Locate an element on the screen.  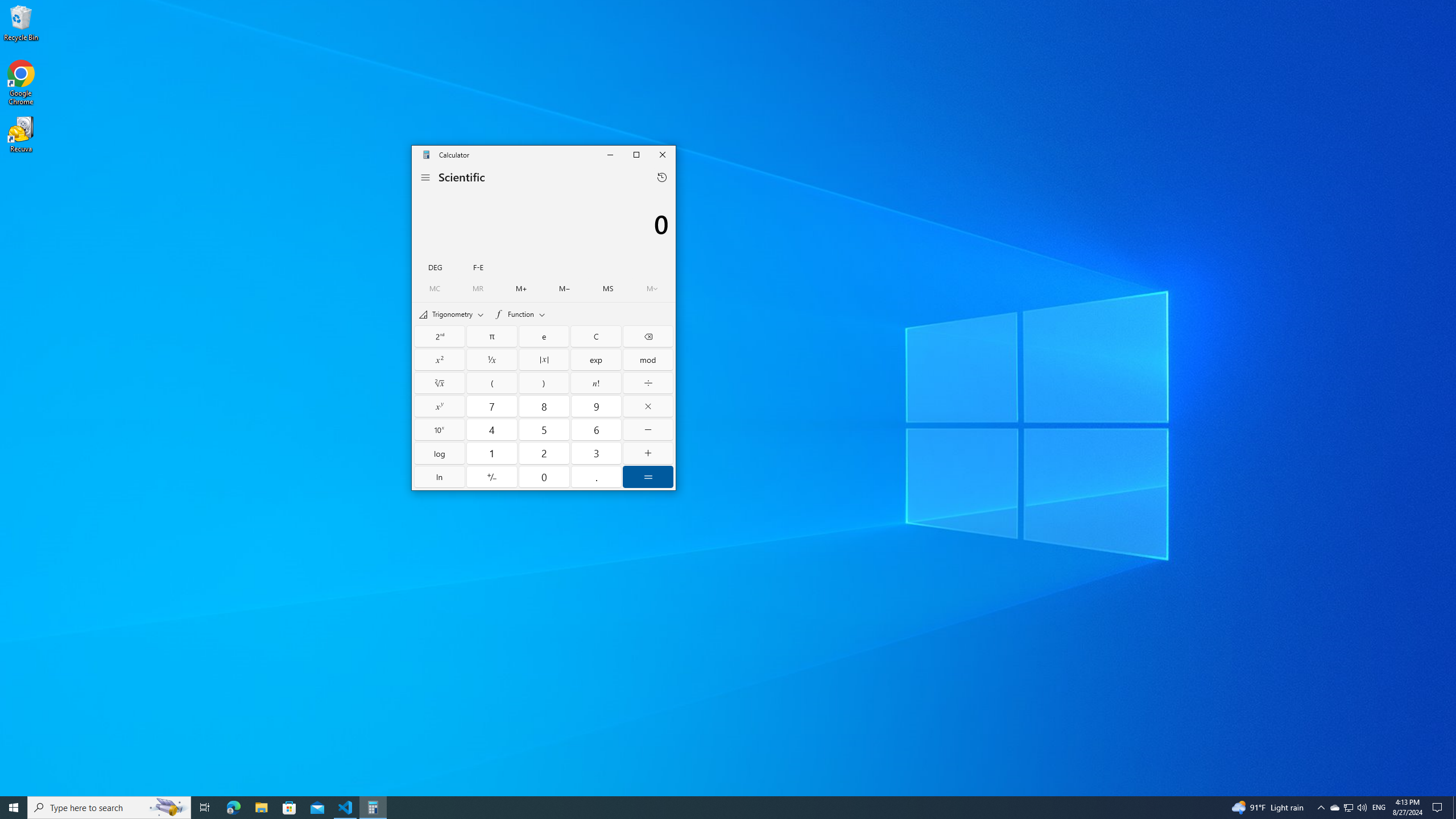
''X' is located at coordinates (440, 406).